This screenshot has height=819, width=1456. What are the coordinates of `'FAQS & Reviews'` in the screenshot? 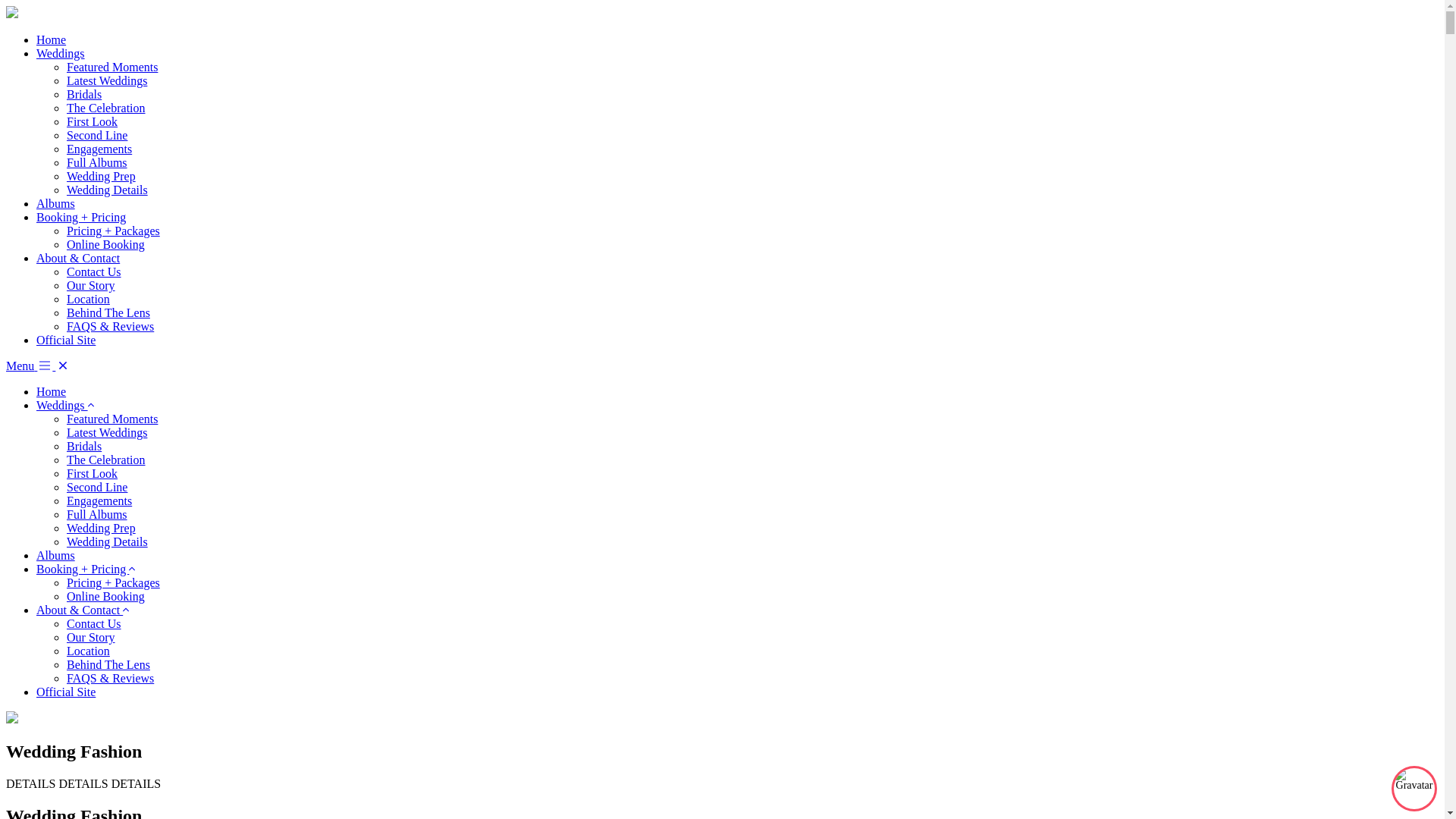 It's located at (109, 325).